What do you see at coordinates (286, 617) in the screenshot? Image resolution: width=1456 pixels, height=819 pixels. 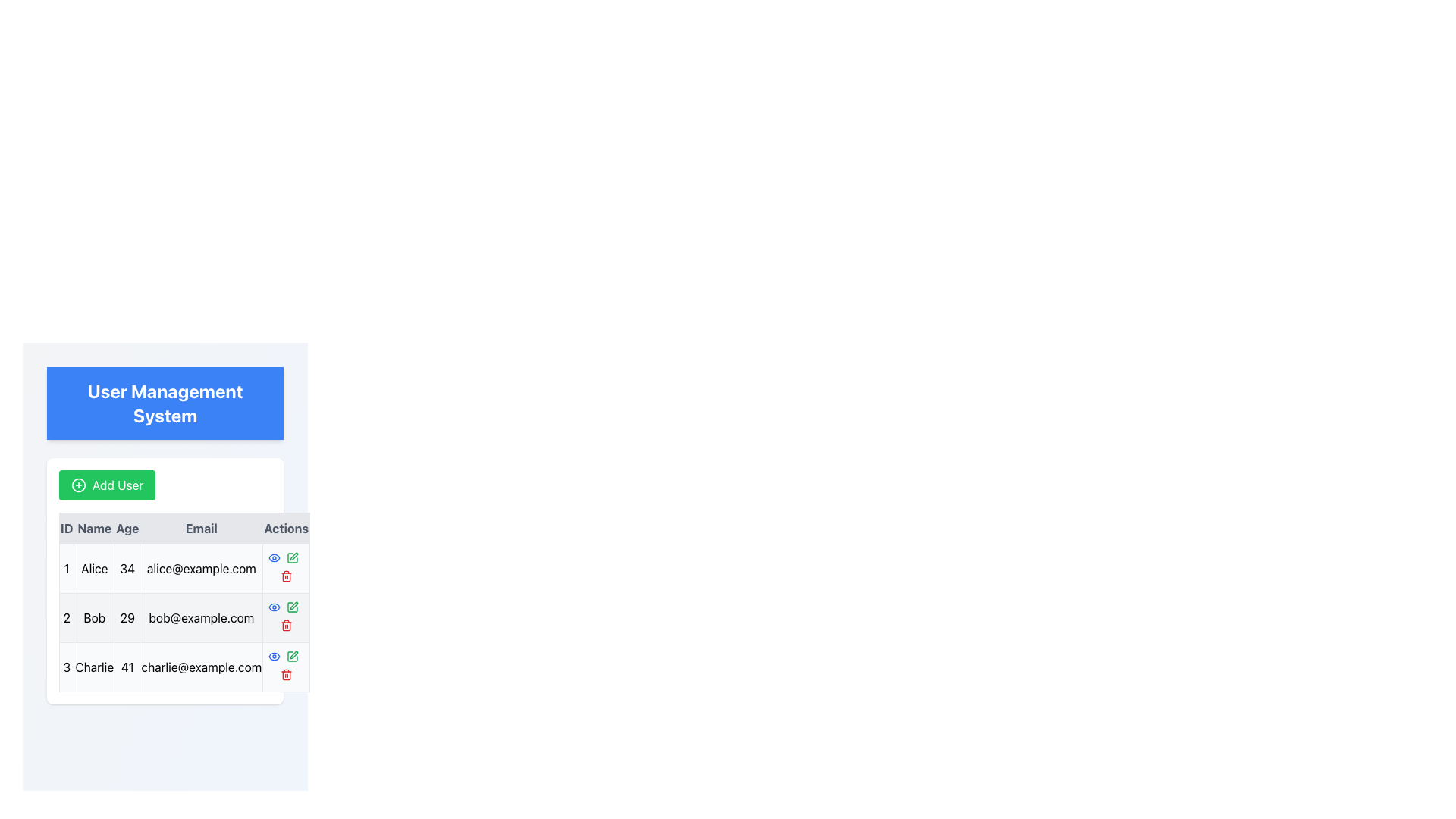 I see `the delete button in the 'Actions' column of the second row for user 'Bob' to possibly see a tooltip` at bounding box center [286, 617].